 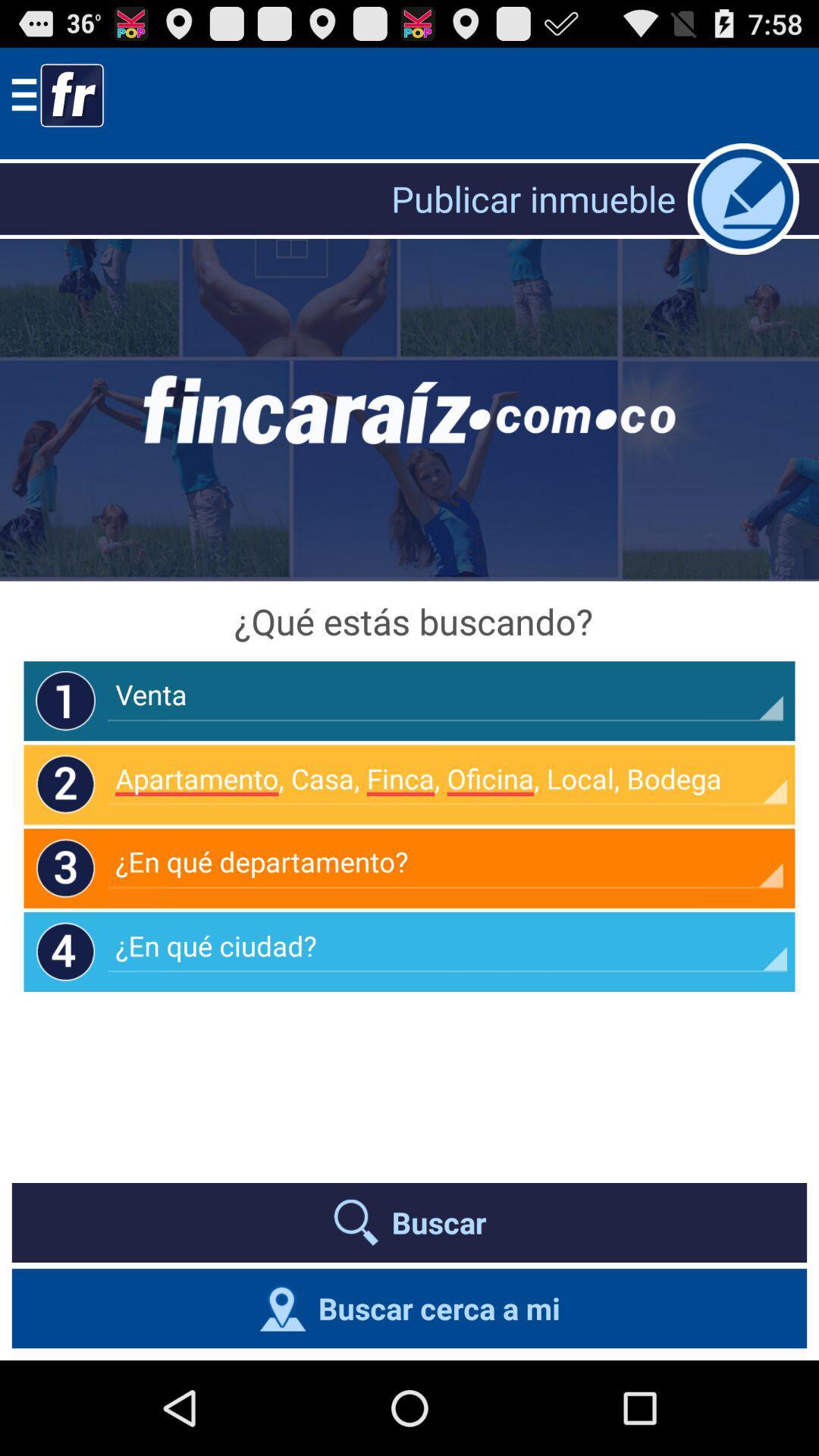 What do you see at coordinates (742, 198) in the screenshot?
I see `comments` at bounding box center [742, 198].